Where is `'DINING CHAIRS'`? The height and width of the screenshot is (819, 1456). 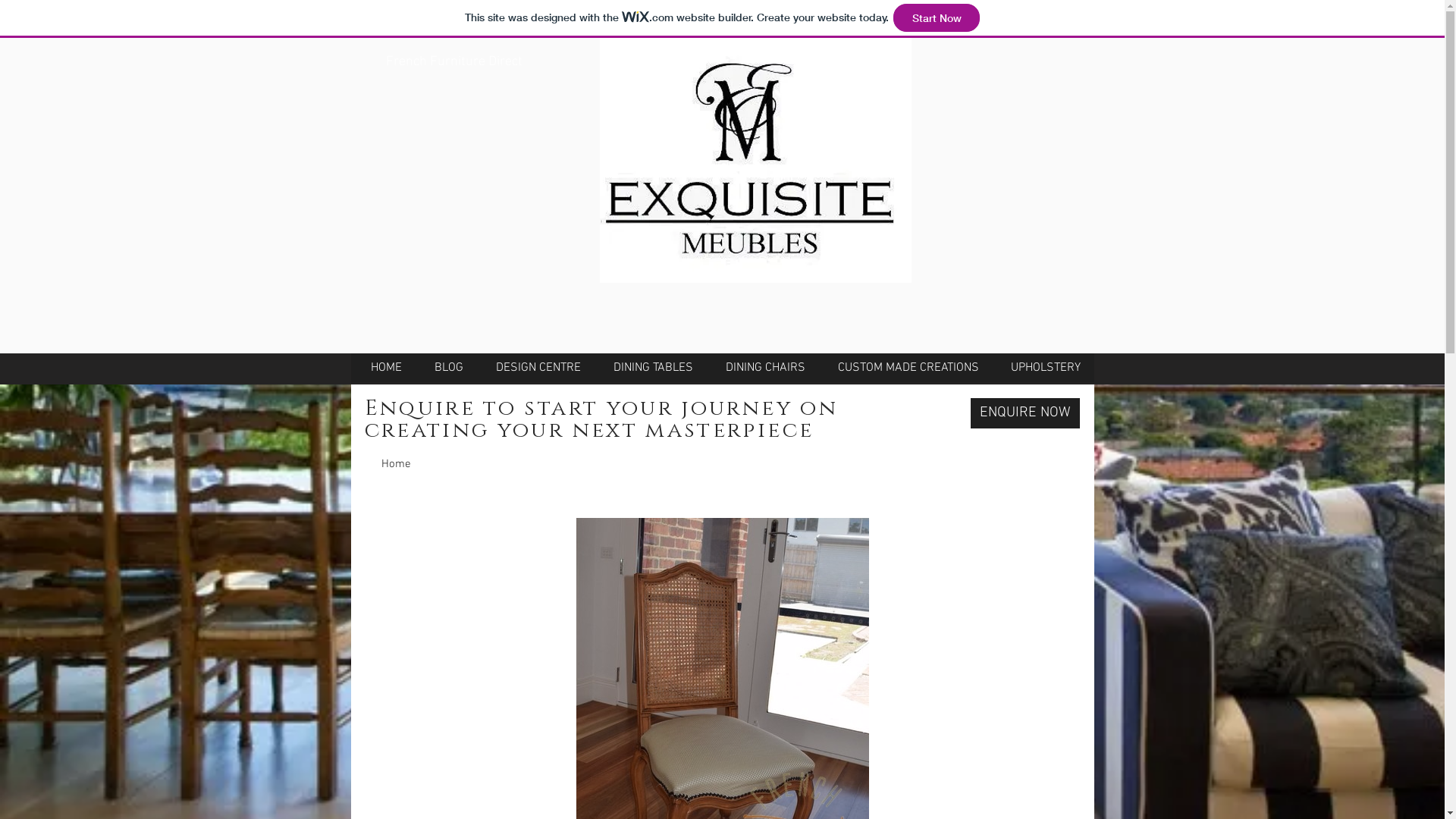
'DINING CHAIRS' is located at coordinates (765, 368).